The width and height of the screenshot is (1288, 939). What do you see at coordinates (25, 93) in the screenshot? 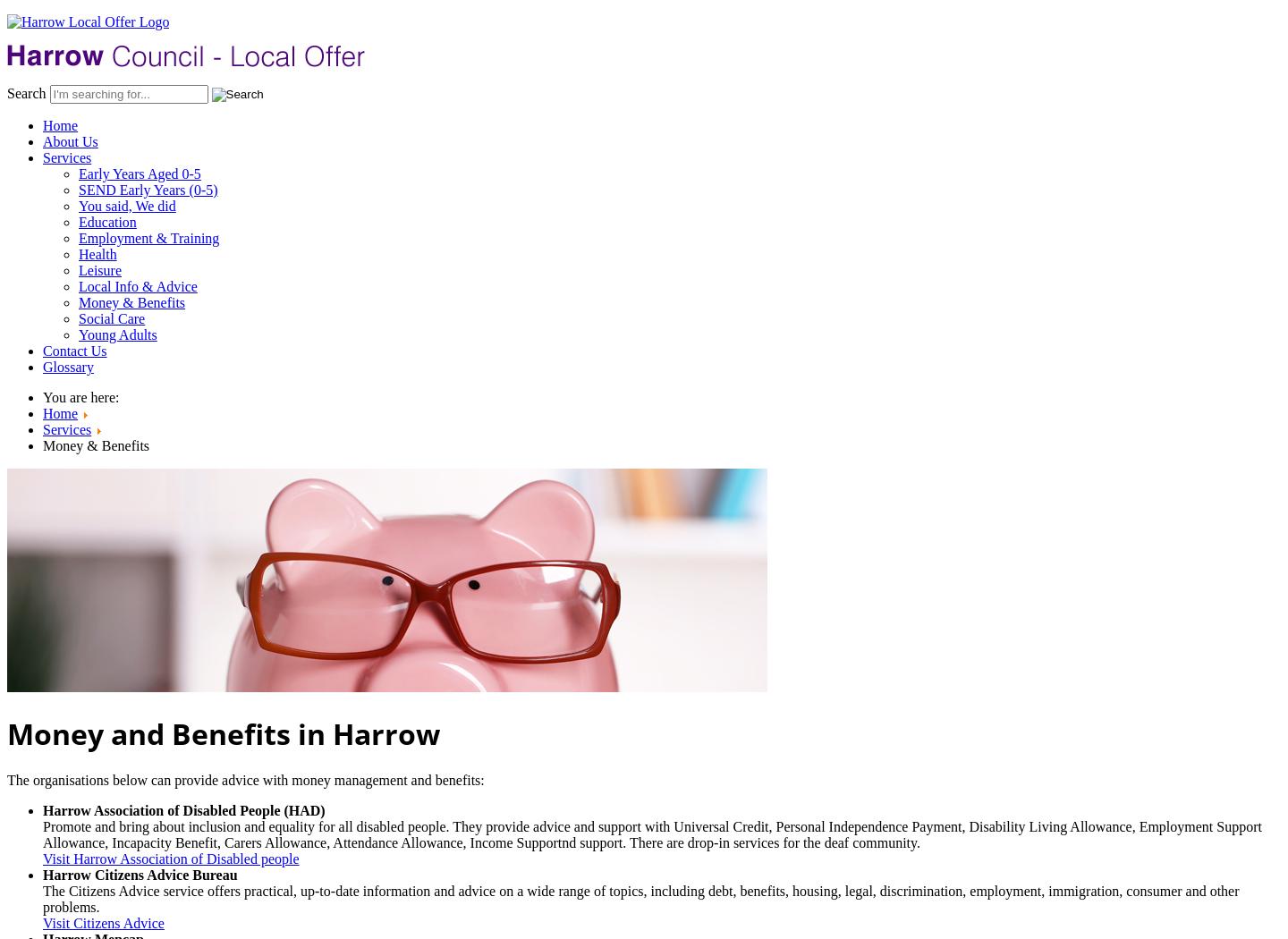
I see `'Search'` at bounding box center [25, 93].